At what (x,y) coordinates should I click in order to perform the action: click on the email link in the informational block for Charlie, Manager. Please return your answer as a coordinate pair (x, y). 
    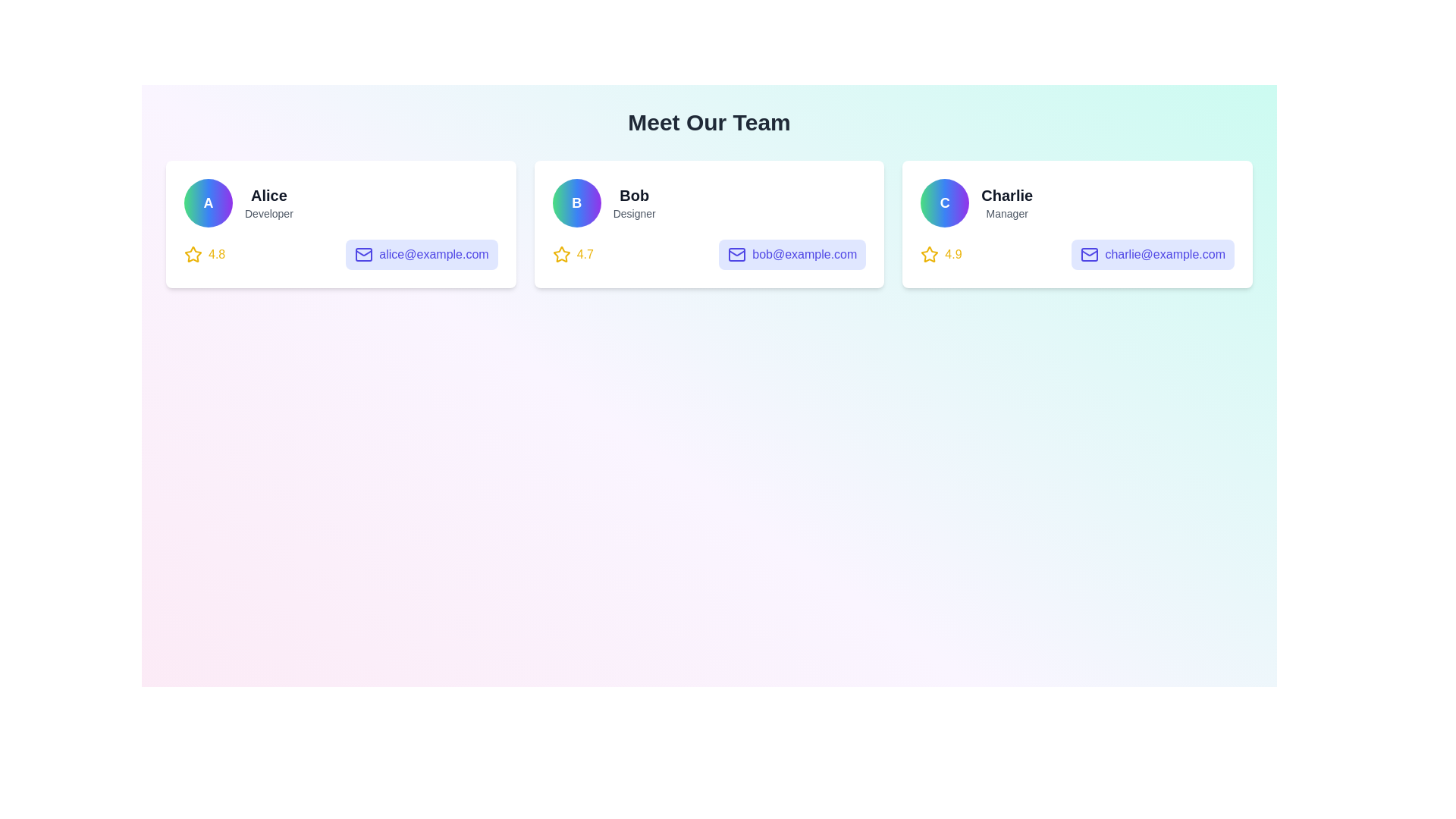
    Looking at the image, I should click on (1077, 253).